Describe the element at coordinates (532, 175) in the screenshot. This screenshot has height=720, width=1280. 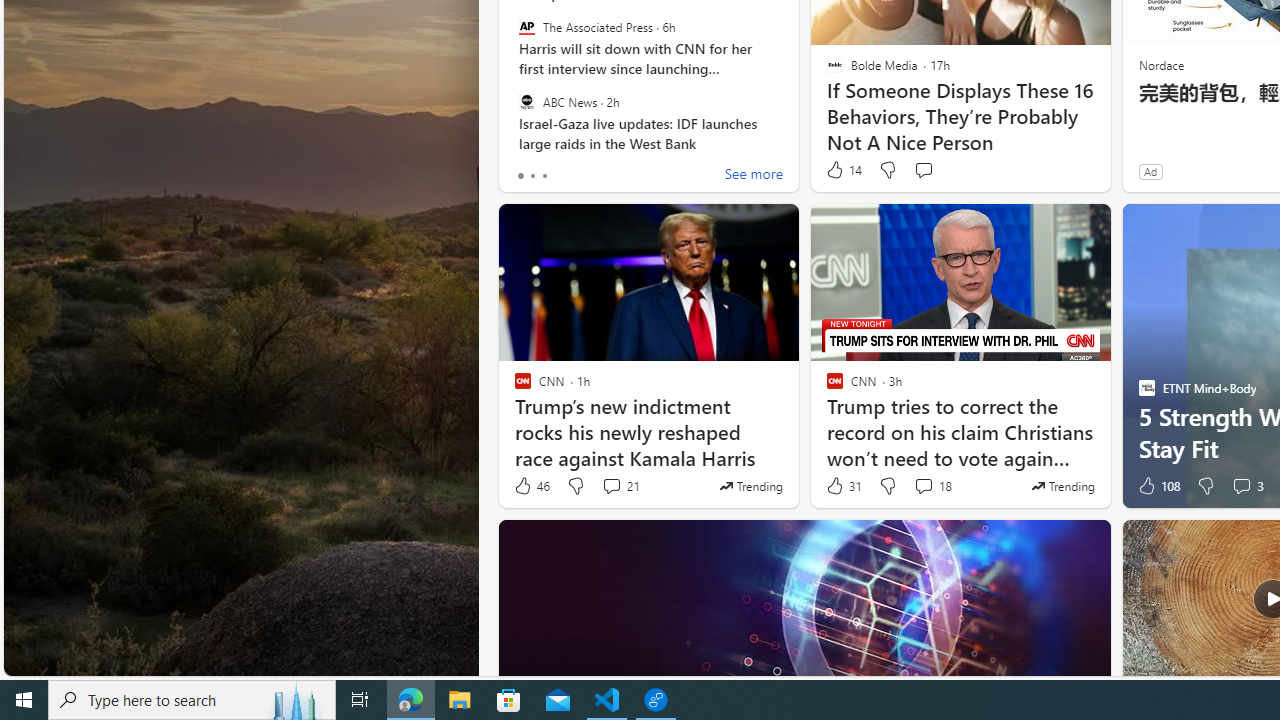
I see `'tab-1'` at that location.